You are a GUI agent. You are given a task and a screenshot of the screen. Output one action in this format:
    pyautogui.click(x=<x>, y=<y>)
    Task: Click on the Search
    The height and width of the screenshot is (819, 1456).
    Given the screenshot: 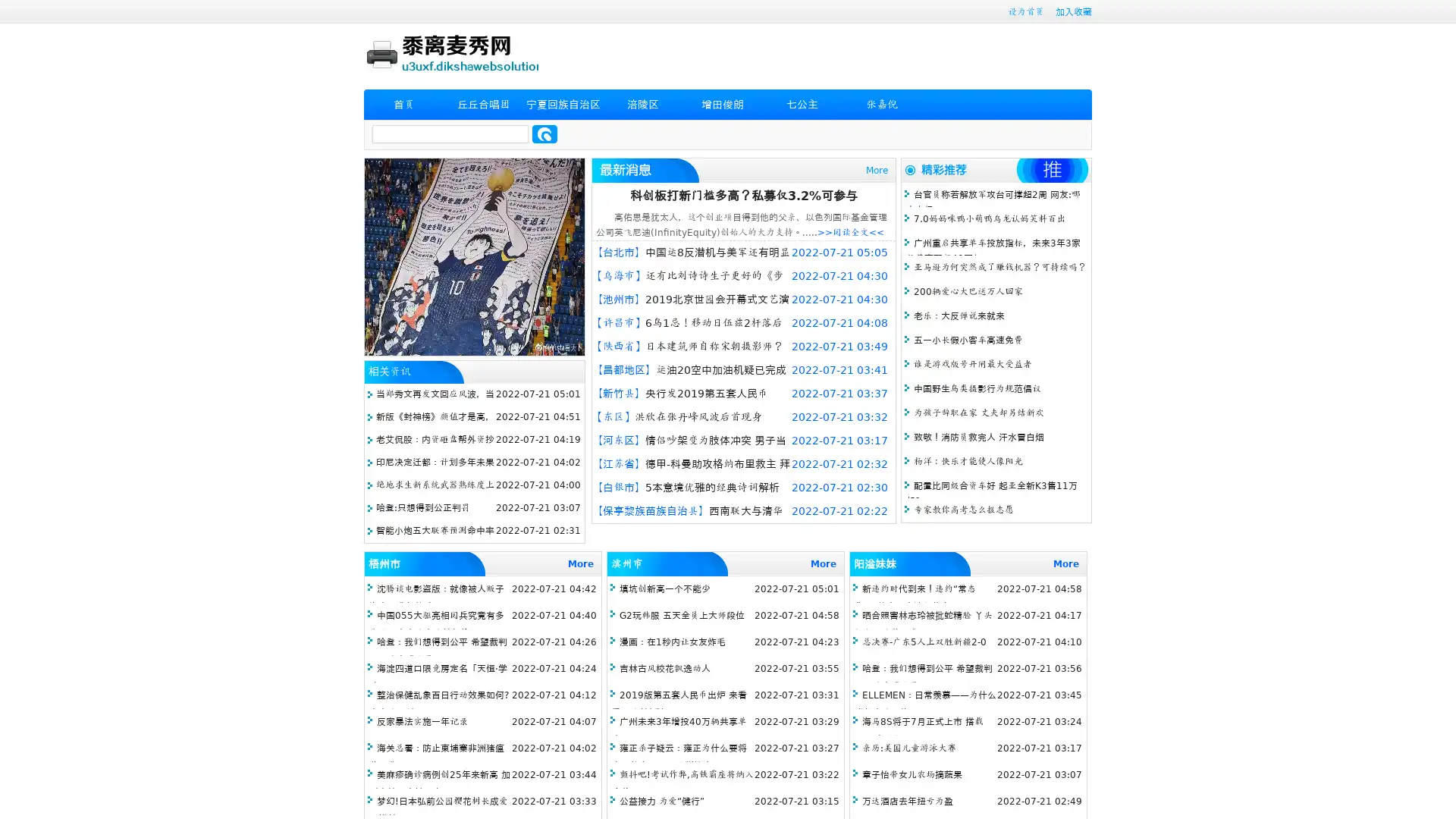 What is the action you would take?
    pyautogui.click(x=544, y=133)
    